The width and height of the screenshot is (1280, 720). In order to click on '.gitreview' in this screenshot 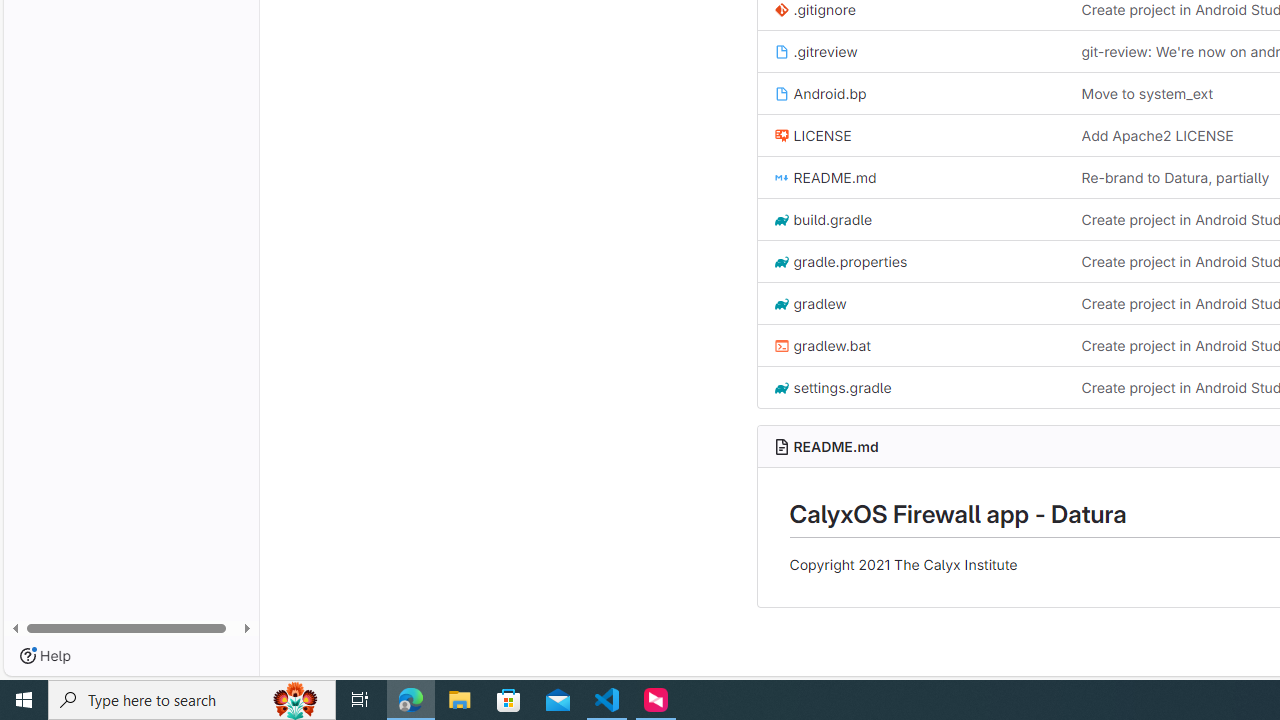, I will do `click(815, 50)`.